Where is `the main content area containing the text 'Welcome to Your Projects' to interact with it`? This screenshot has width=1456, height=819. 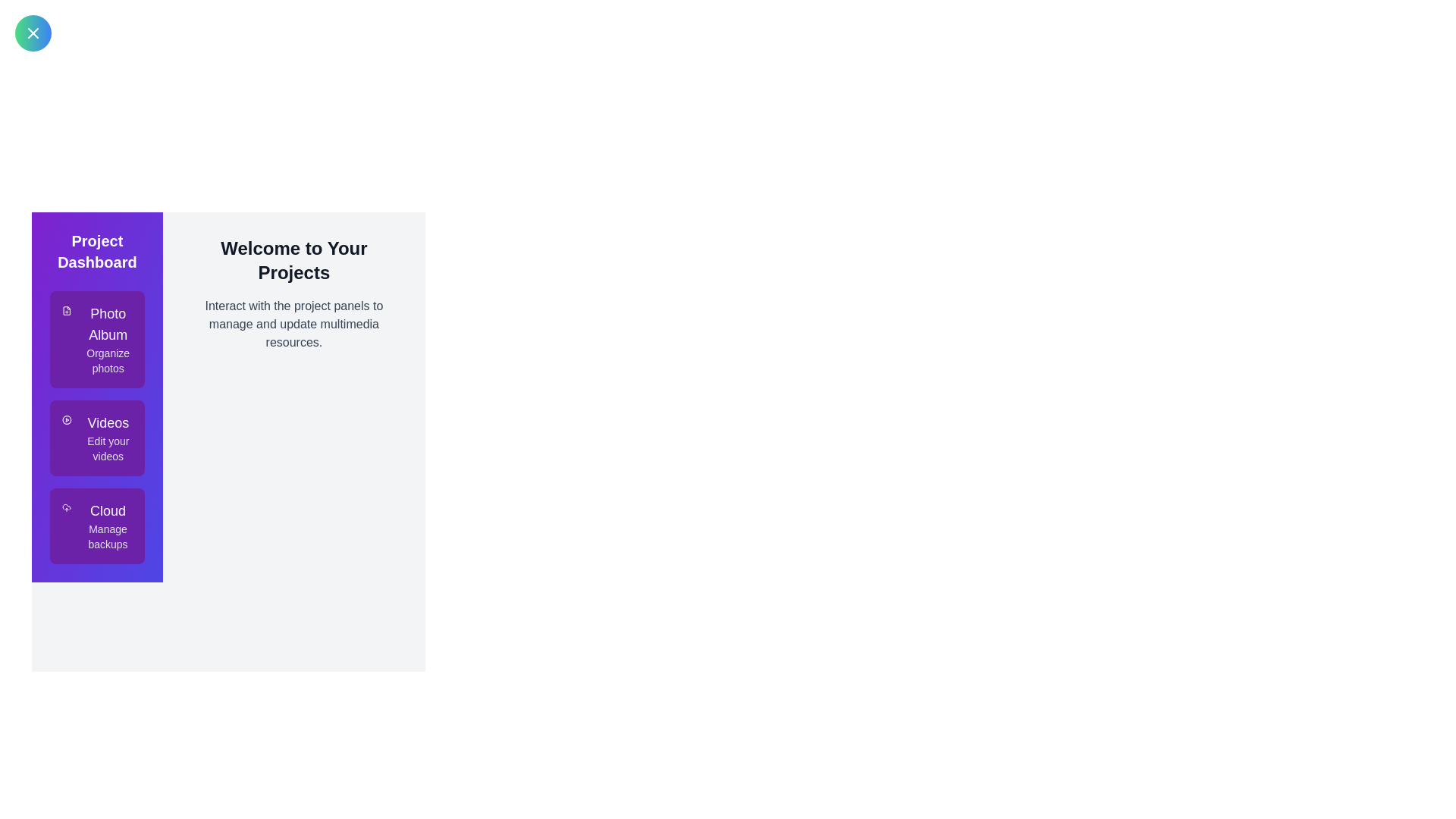
the main content area containing the text 'Welcome to Your Projects' to interact with it is located at coordinates (293, 259).